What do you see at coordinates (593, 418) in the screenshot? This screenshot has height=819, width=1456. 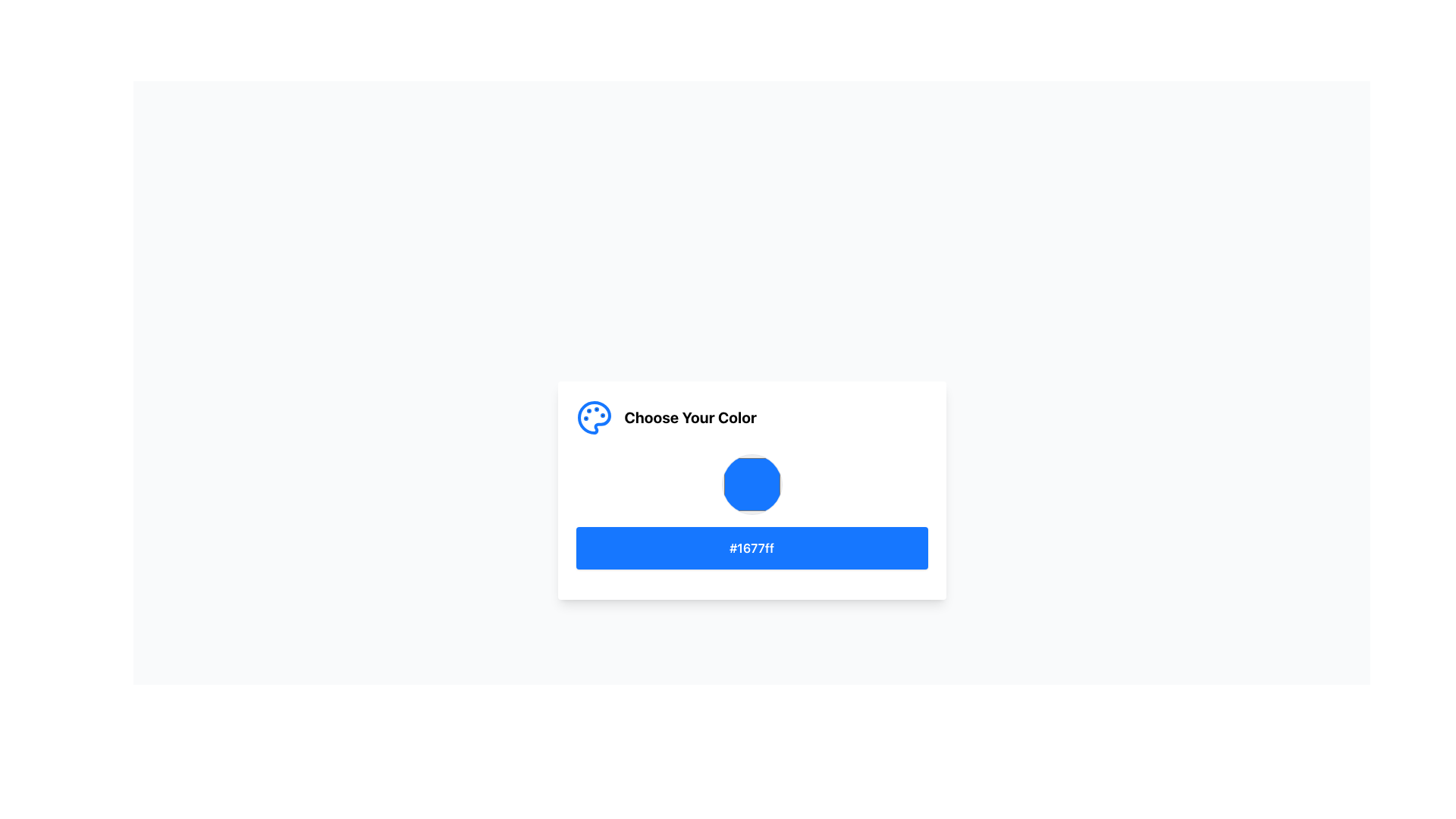 I see `the SVG palette icon, which is a rounded graphic with a blue stroke located to the left of the 'Choose Your Color' text` at bounding box center [593, 418].